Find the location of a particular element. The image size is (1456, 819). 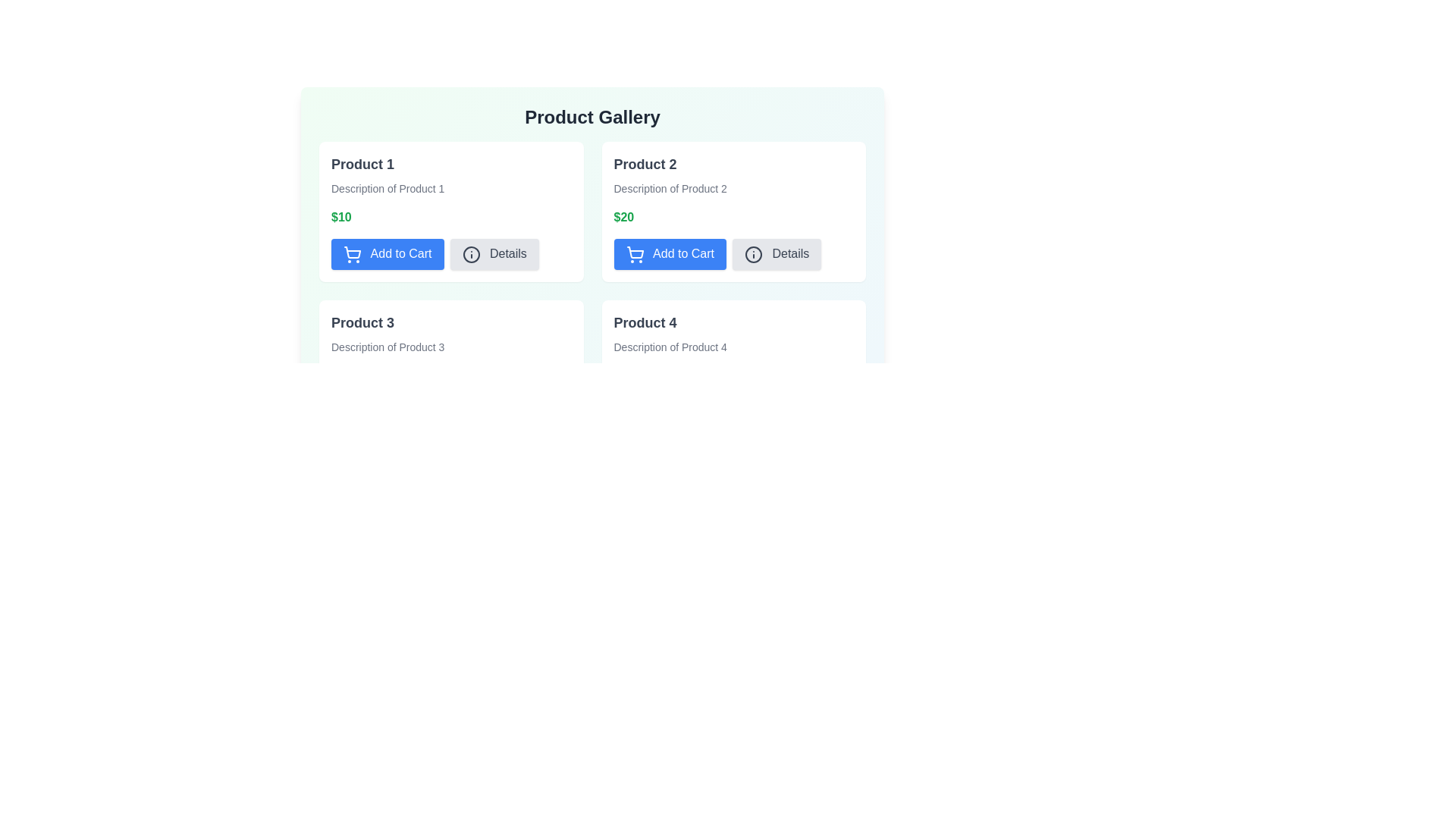

the shopping cart icon located within the 'Add to Cart' button for 'Product 2' in the product grid layout is located at coordinates (352, 251).